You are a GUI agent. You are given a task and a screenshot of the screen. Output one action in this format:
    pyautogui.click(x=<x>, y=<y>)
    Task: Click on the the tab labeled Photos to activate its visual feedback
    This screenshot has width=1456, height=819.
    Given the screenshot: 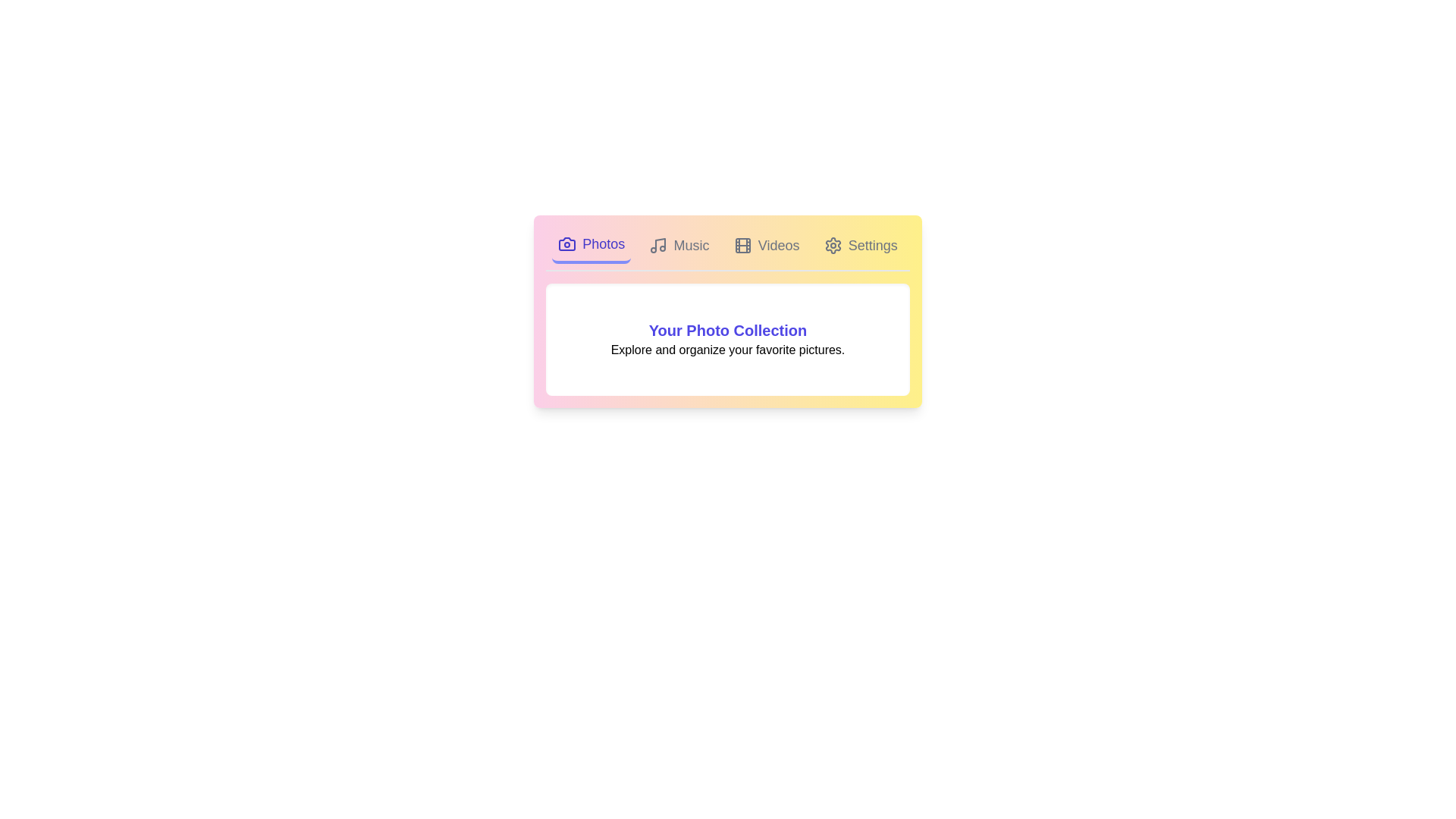 What is the action you would take?
    pyautogui.click(x=590, y=245)
    